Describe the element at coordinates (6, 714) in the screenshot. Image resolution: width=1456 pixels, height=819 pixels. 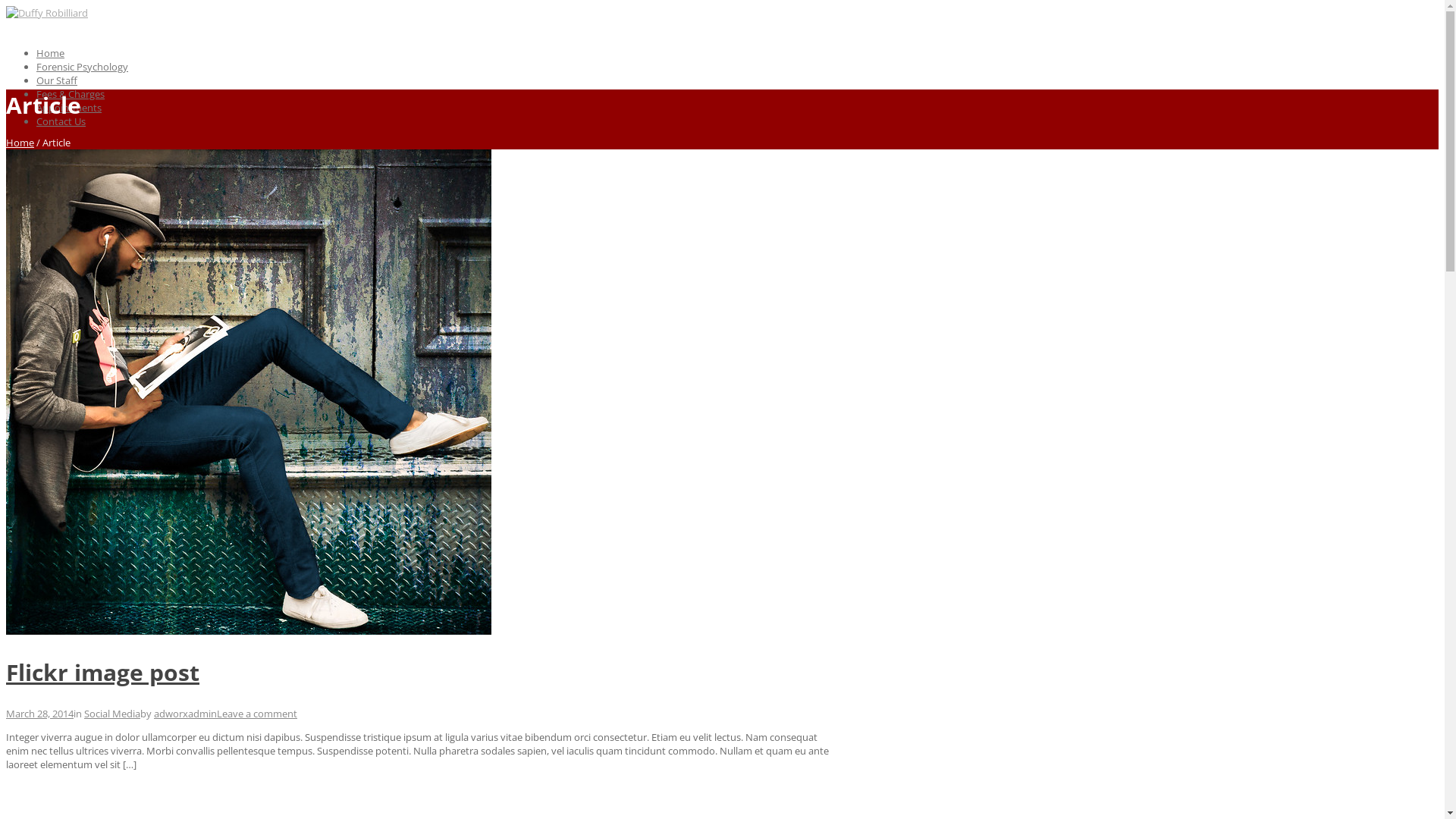
I see `'March 28, 2014'` at that location.